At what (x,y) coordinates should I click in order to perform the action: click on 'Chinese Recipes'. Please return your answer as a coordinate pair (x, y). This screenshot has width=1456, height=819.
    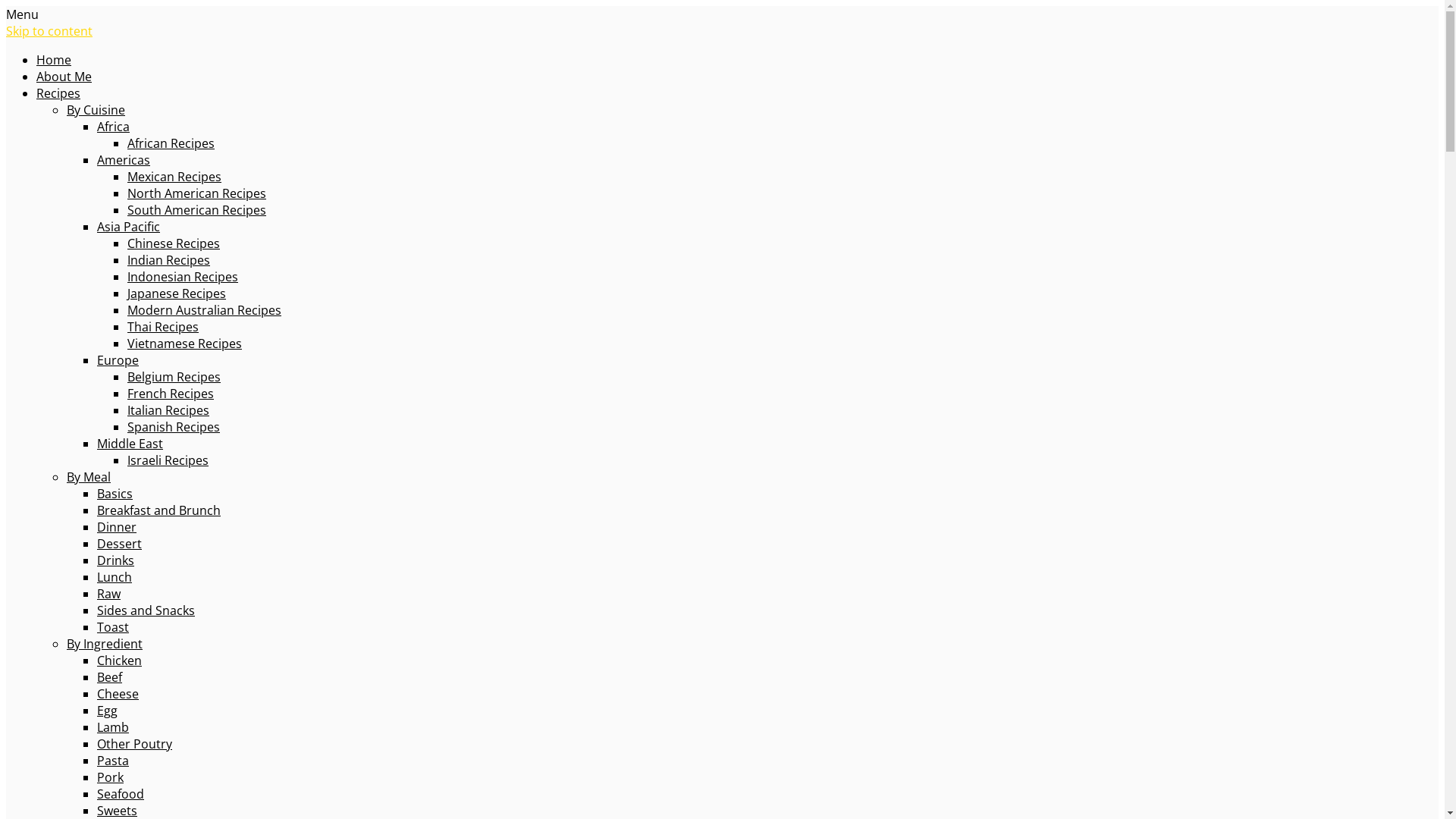
    Looking at the image, I should click on (127, 242).